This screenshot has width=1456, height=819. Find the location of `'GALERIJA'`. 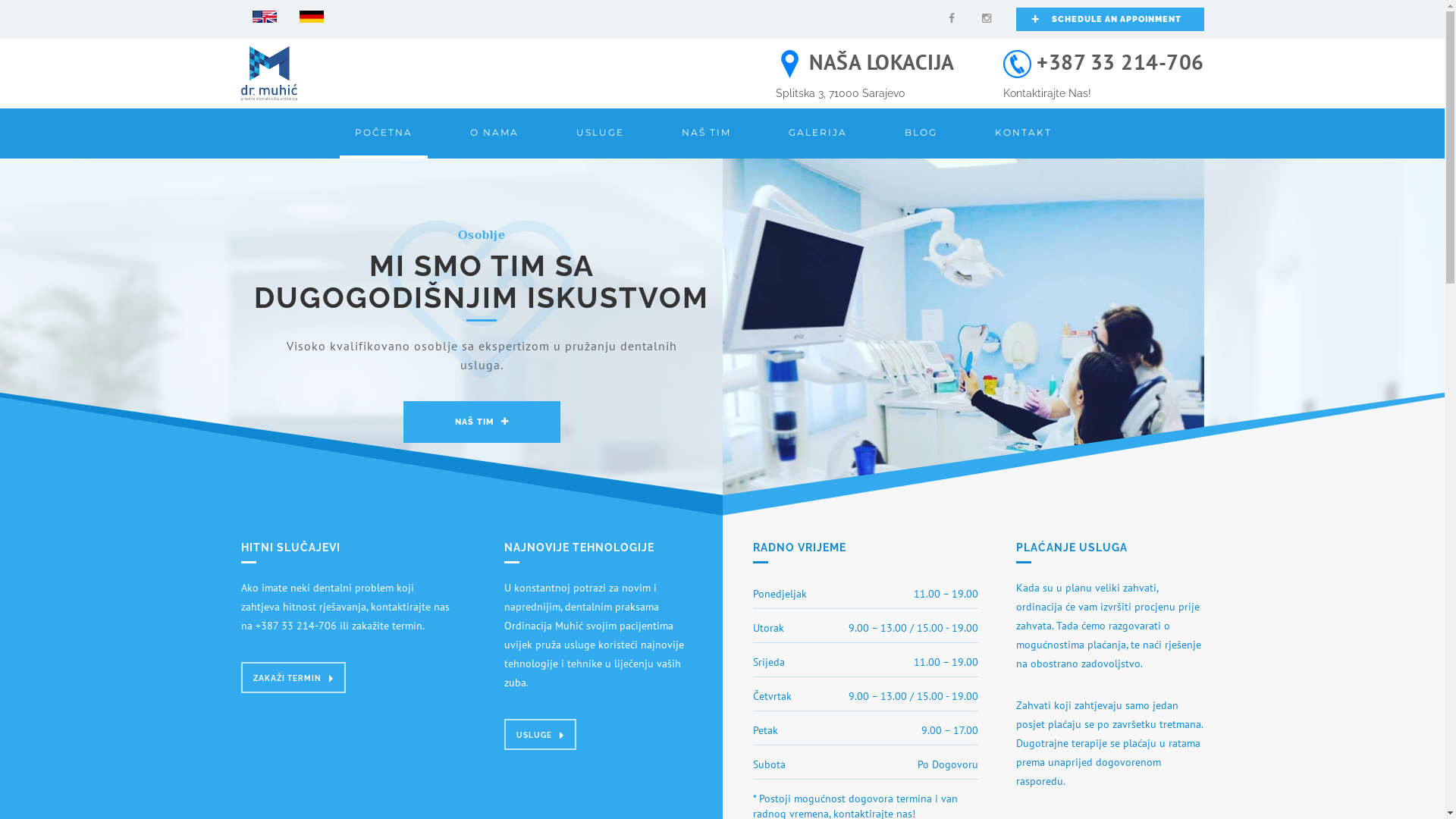

'GALERIJA' is located at coordinates (817, 133).